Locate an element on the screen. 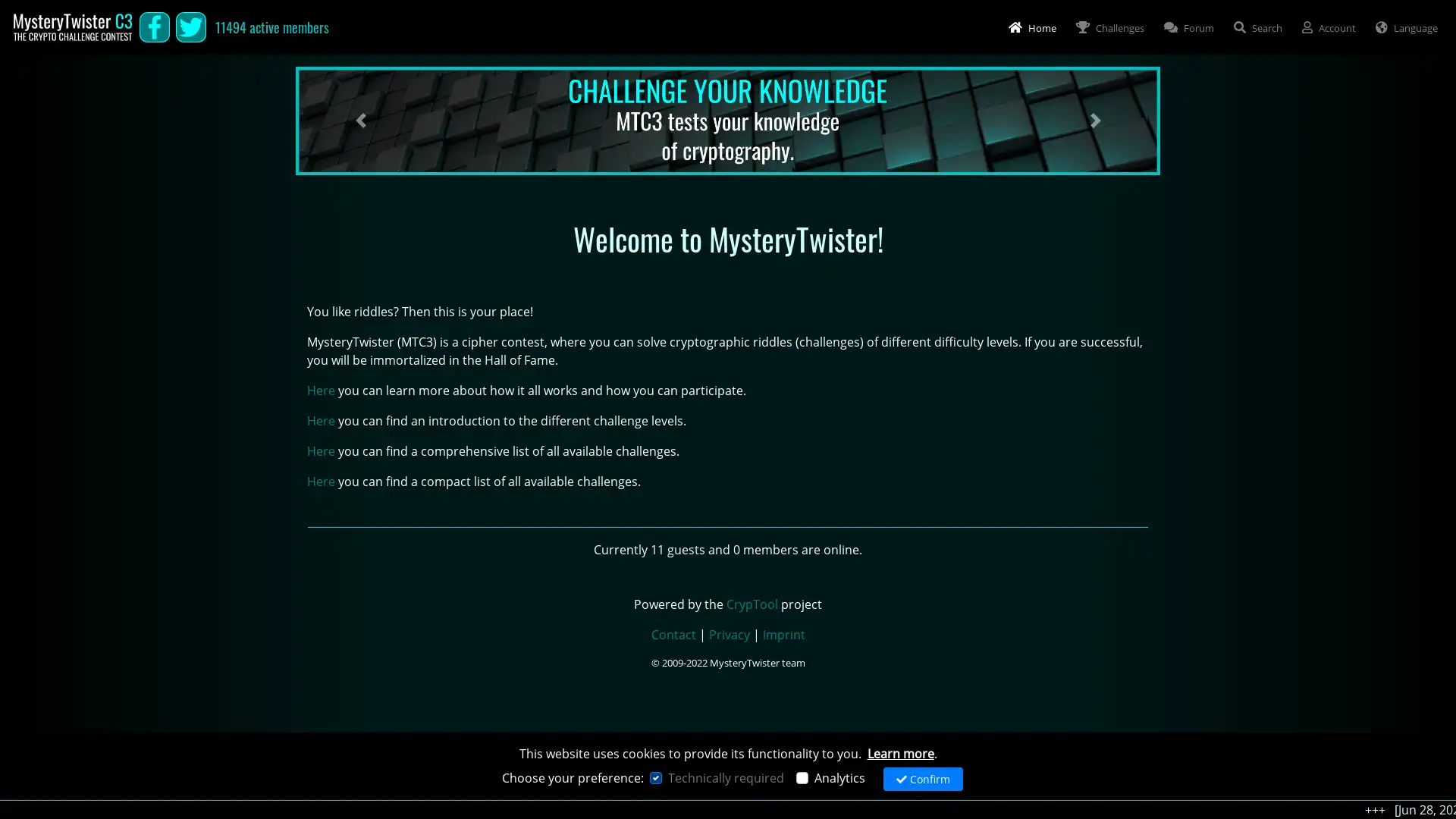 This screenshot has width=1456, height=819. Confirm is located at coordinates (922, 779).